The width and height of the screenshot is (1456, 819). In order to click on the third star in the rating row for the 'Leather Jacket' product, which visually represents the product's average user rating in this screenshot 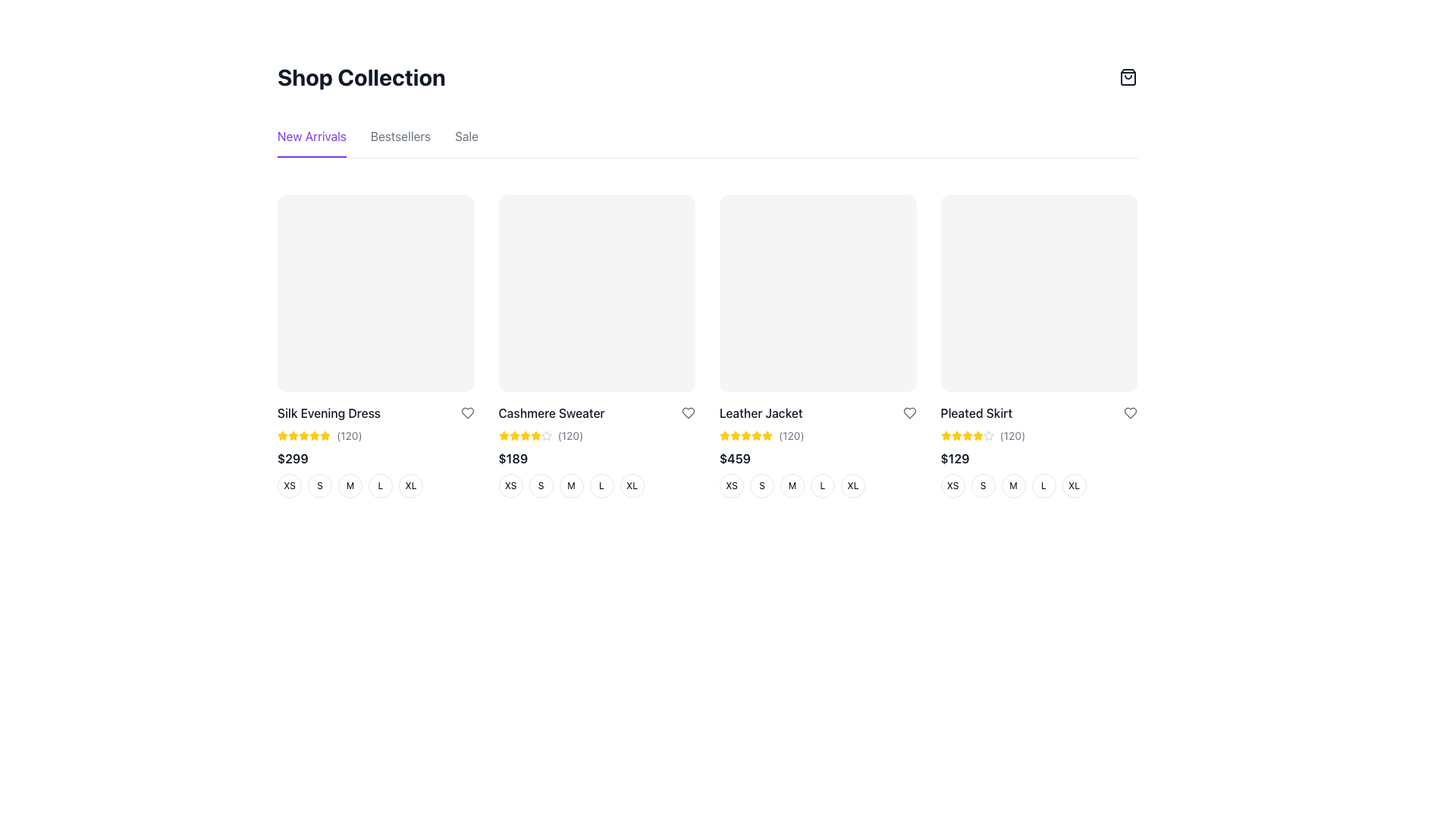, I will do `click(745, 435)`.